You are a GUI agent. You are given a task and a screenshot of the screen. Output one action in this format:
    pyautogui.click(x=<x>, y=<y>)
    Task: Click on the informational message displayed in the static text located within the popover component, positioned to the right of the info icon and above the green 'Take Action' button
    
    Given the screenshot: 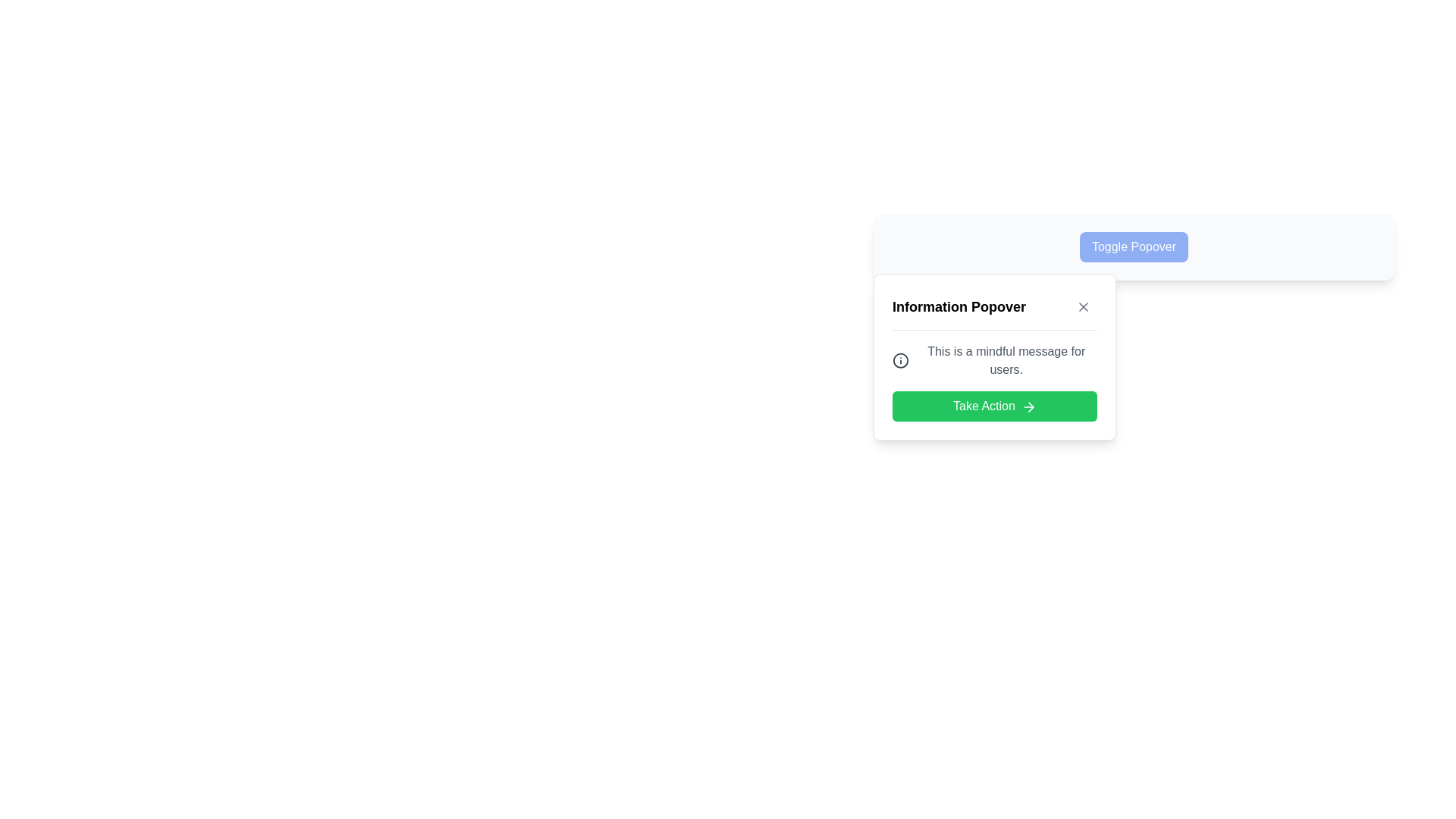 What is the action you would take?
    pyautogui.click(x=1006, y=360)
    